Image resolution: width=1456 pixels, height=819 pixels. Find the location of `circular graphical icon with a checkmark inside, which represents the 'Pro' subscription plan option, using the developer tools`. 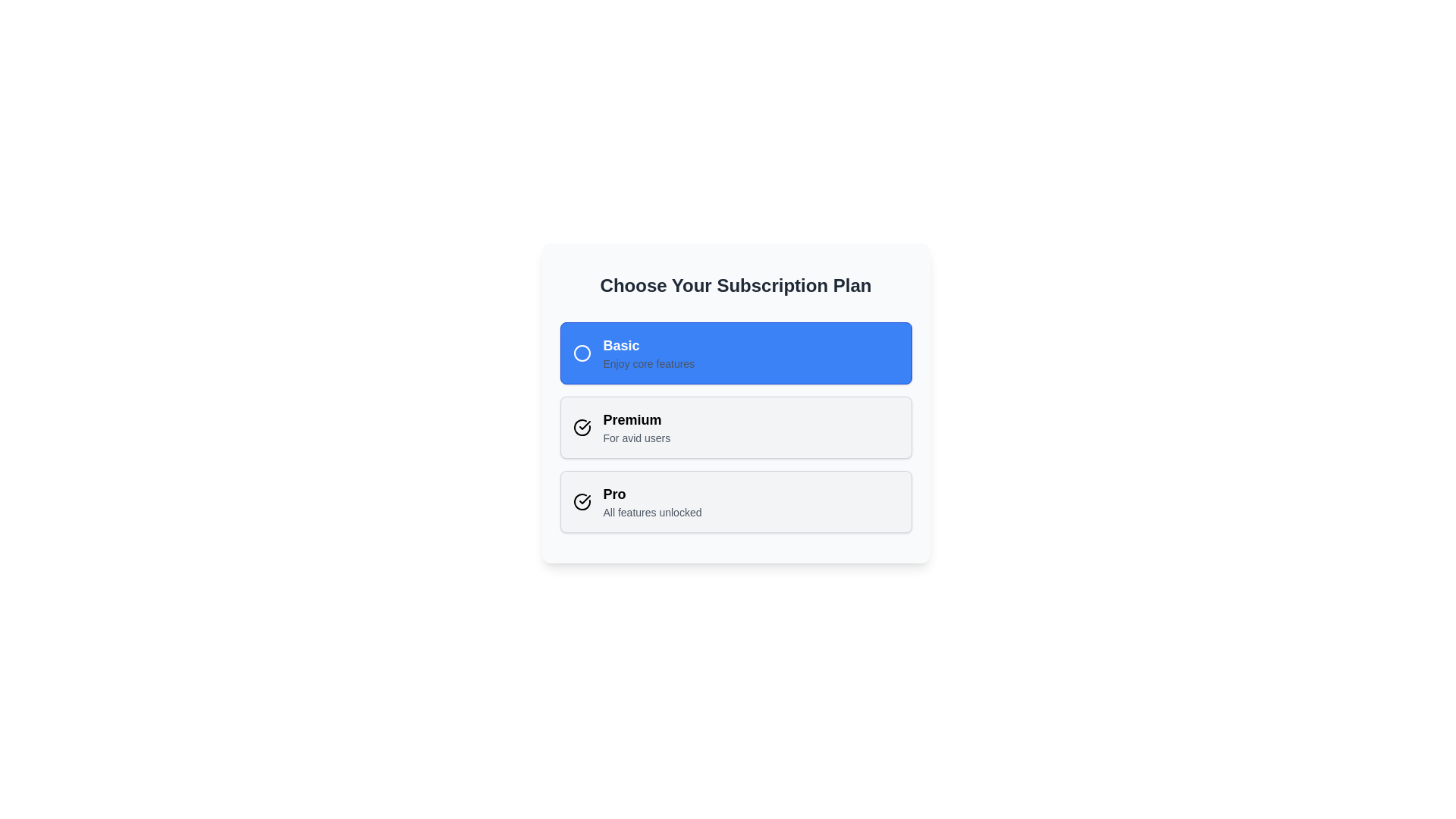

circular graphical icon with a checkmark inside, which represents the 'Pro' subscription plan option, using the developer tools is located at coordinates (581, 427).